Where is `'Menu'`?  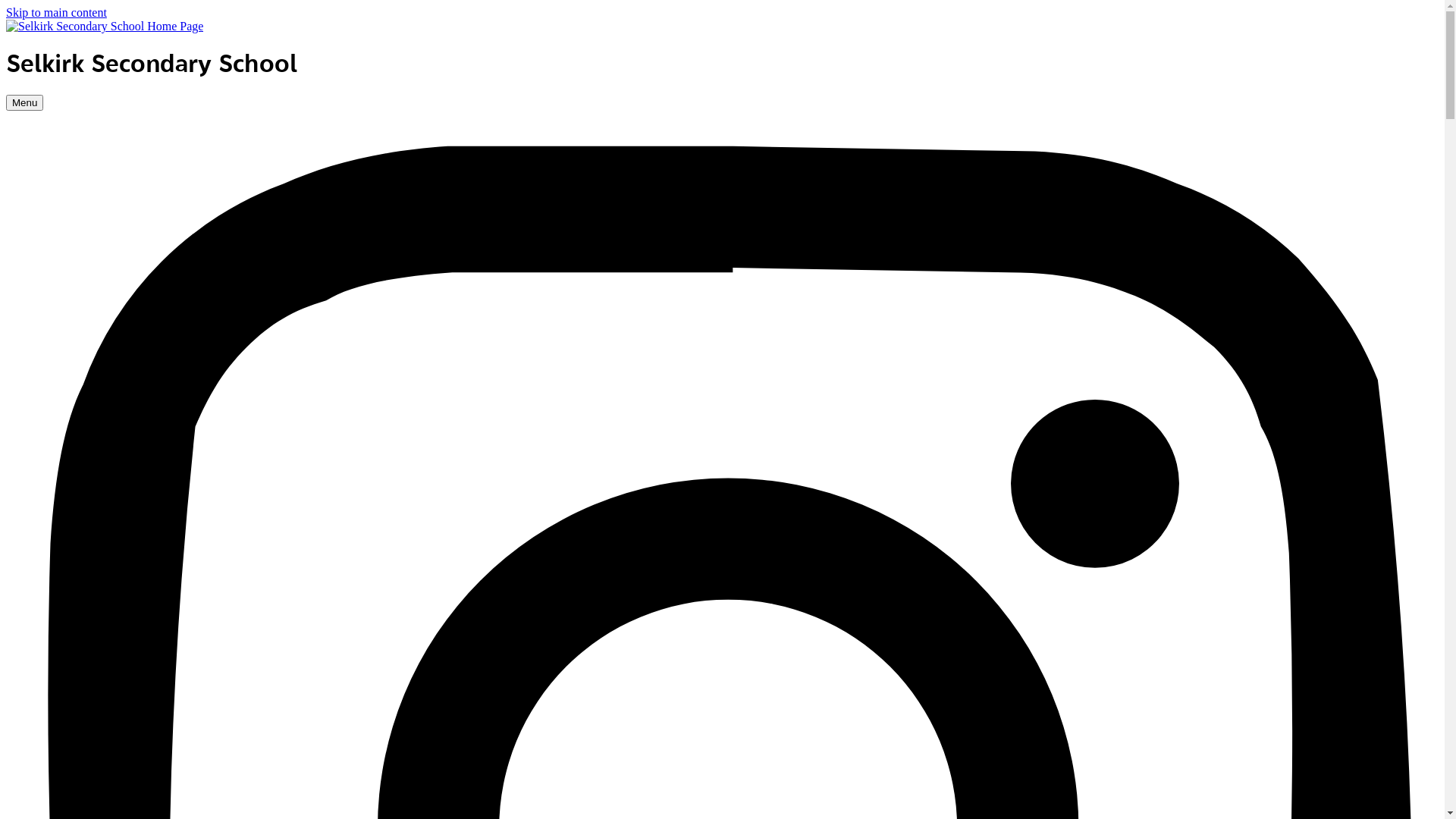
'Menu' is located at coordinates (24, 102).